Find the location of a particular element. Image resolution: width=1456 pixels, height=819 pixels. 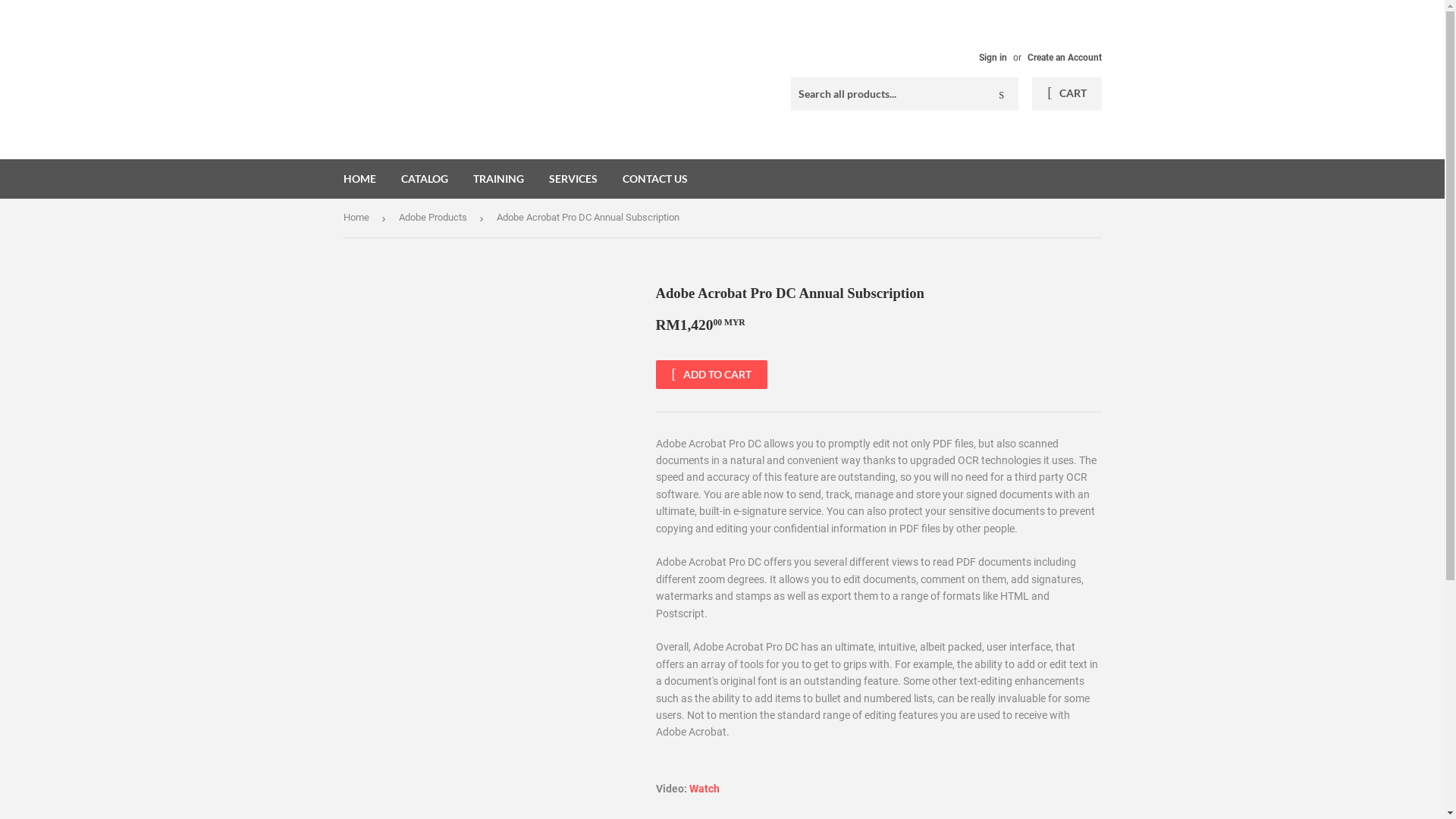

'ADD TO CART' is located at coordinates (710, 374).